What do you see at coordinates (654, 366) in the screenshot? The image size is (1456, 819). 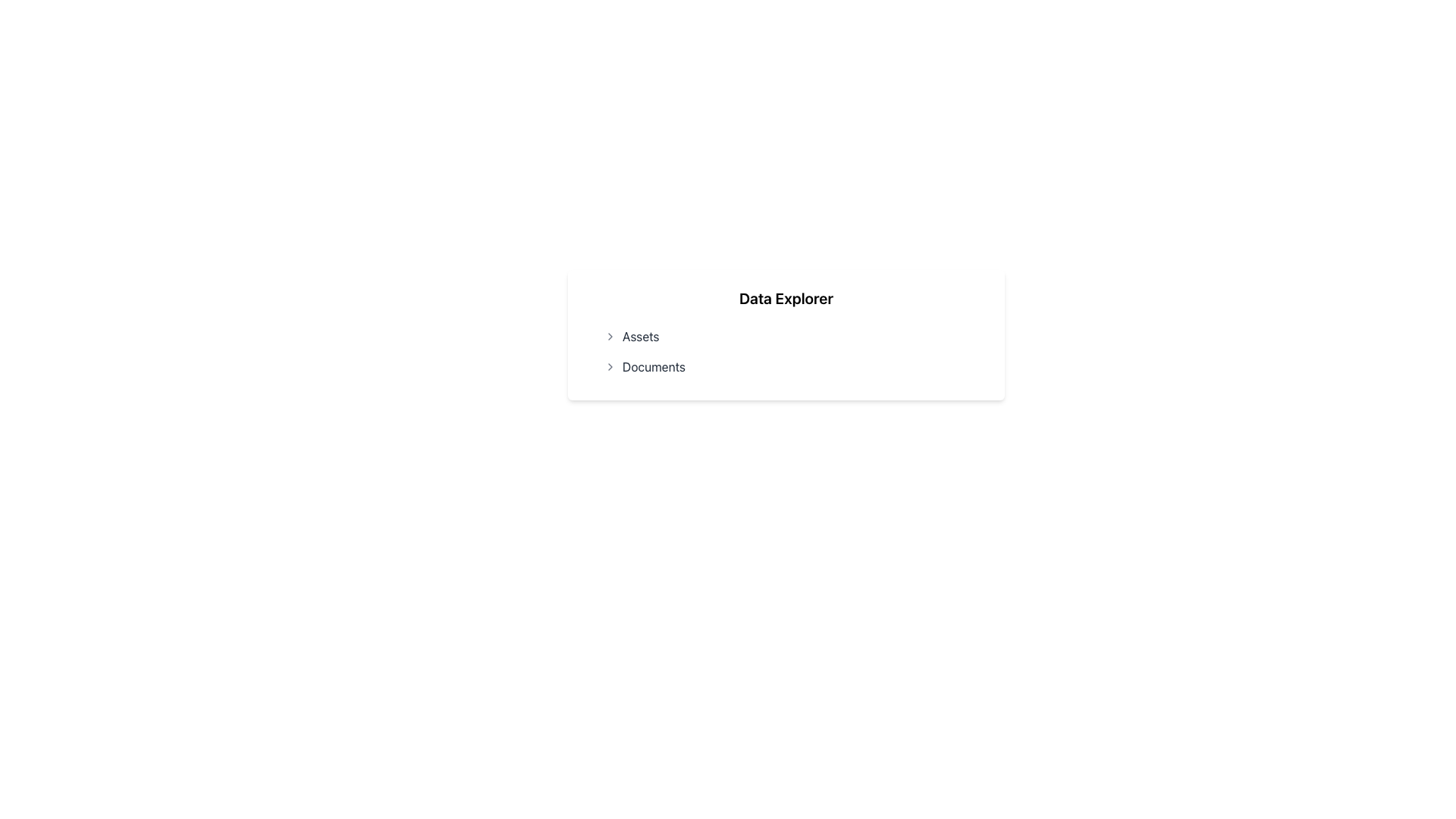 I see `the 'Documents' text label in the sidebar menu, which is displayed in dark gray and aligned with a chevron icon to its left` at bounding box center [654, 366].